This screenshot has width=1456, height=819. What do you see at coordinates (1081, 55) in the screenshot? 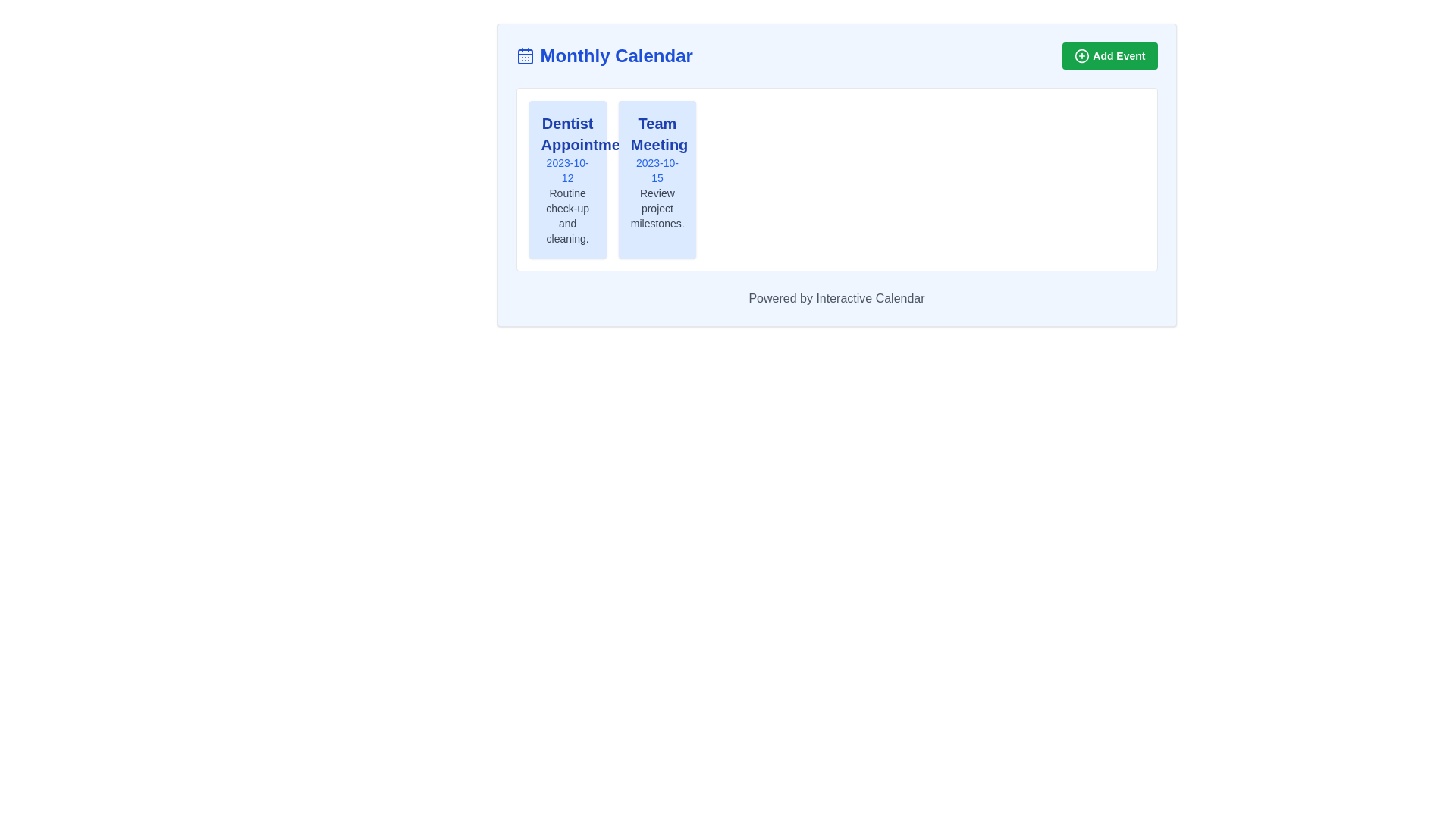
I see `the circular outline of the SVG graphic component inside the 'Add Event' button located at the top right of the main calendar view` at bounding box center [1081, 55].